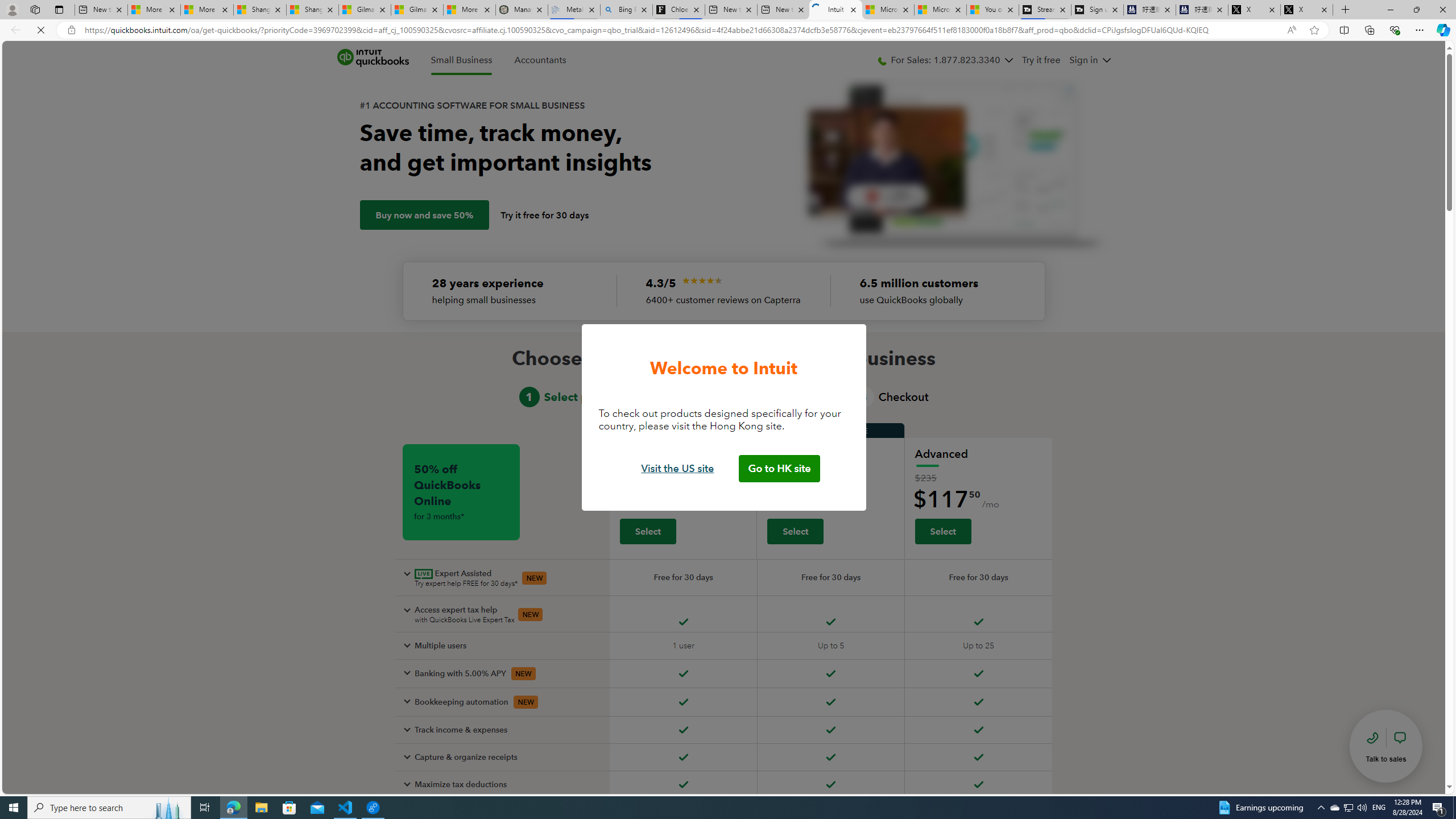 Image resolution: width=1456 pixels, height=819 pixels. What do you see at coordinates (461, 60) in the screenshot?
I see `'Small Business'` at bounding box center [461, 60].